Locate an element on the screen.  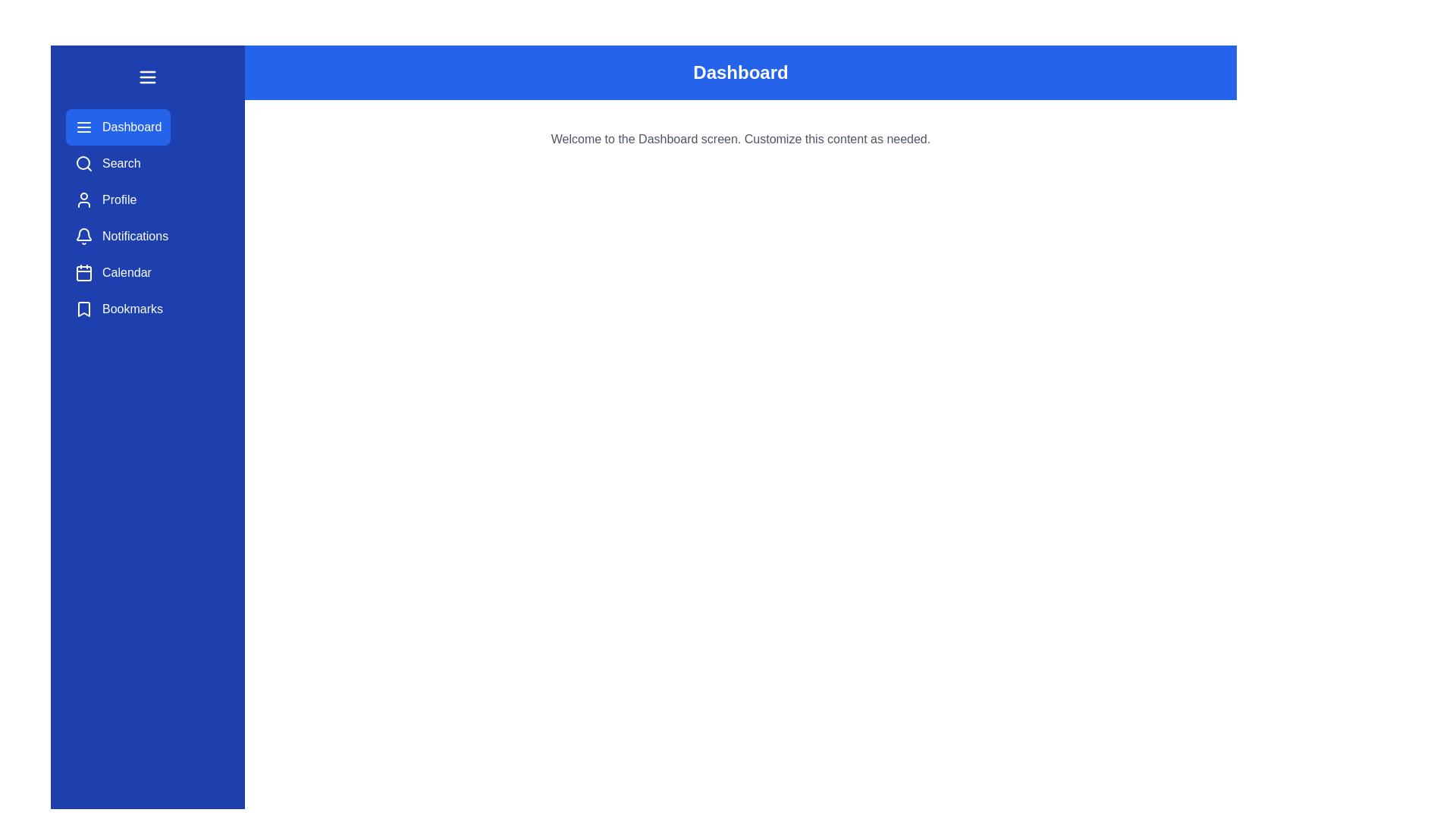
the button at the top of the left navigation sidebar is located at coordinates (148, 77).